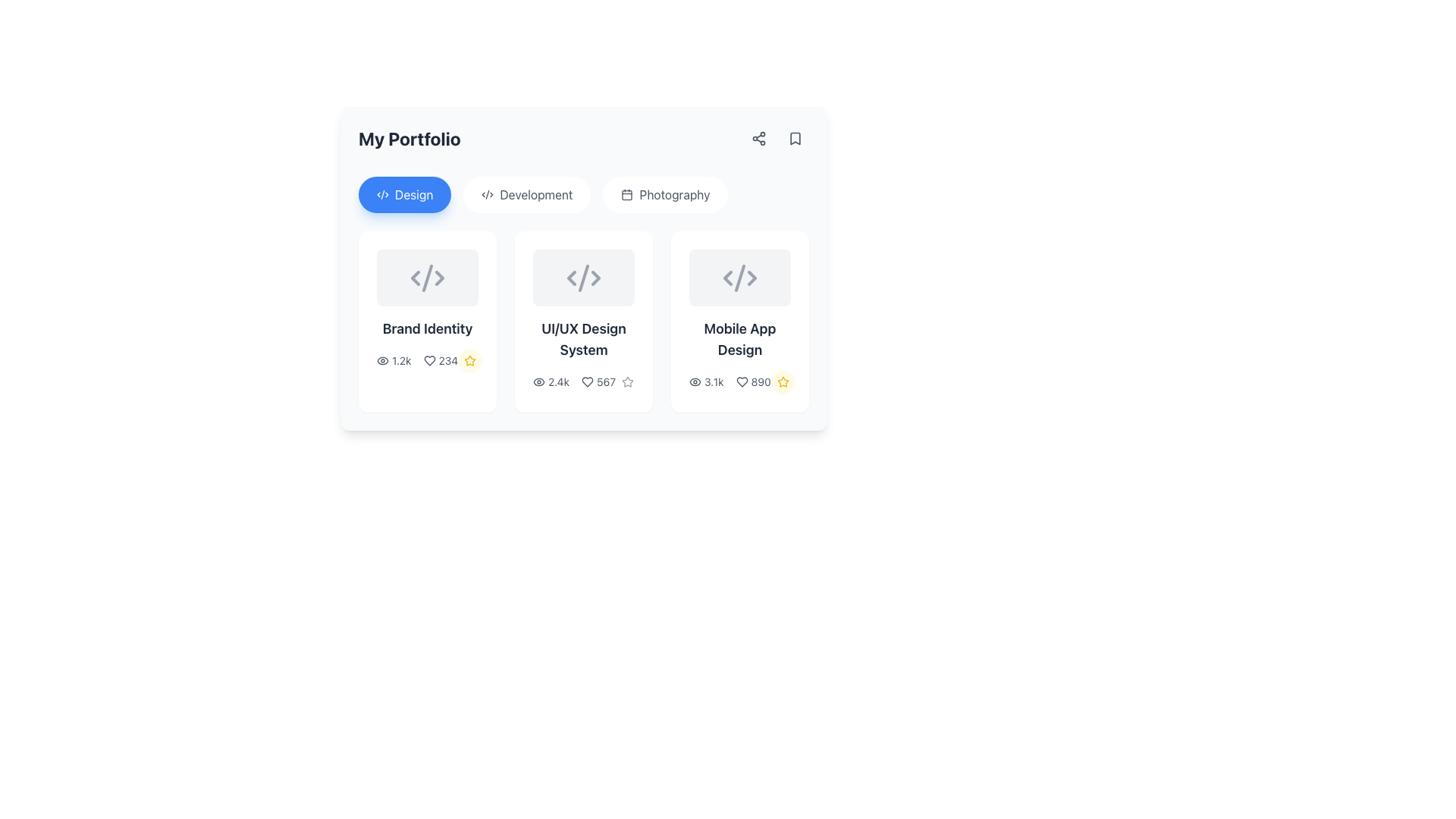 The height and width of the screenshot is (819, 1456). I want to click on the composite UI component displaying '1.2k' with a heart icon and '234', located in the statistic section beneath the 'Brand Identity' card in the 'My Portfolio' section, so click(417, 361).